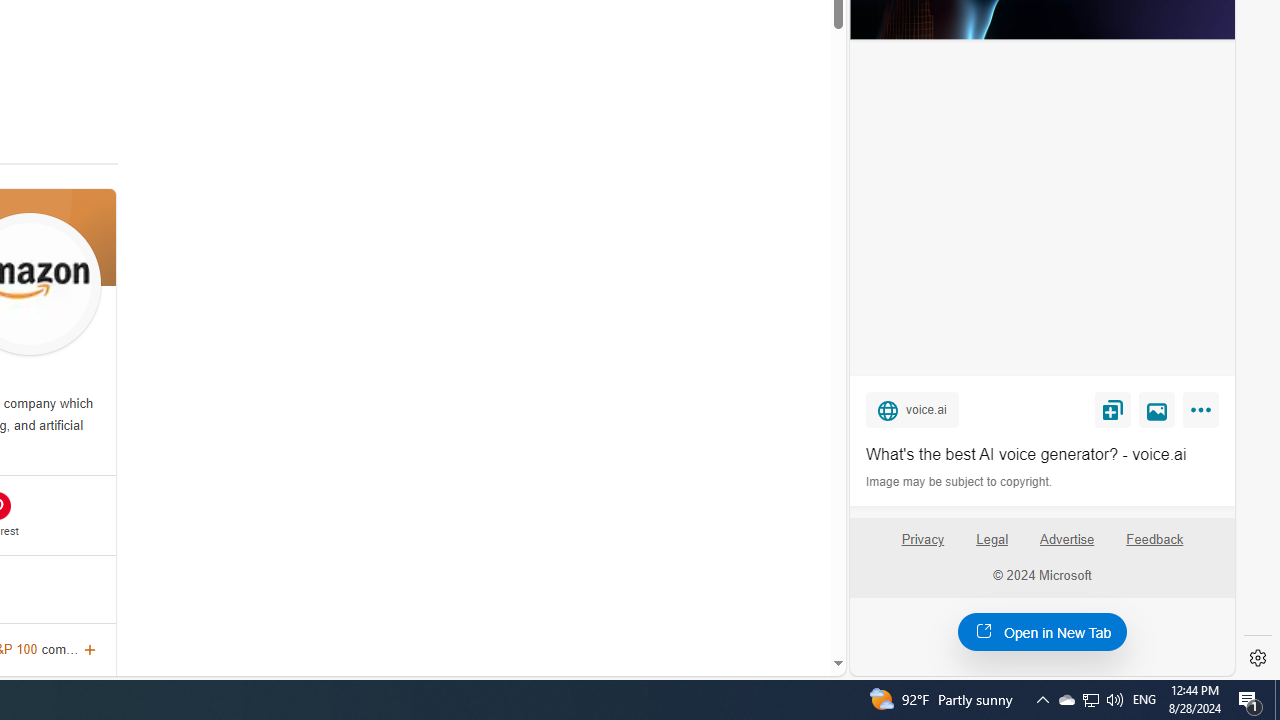 Image resolution: width=1280 pixels, height=720 pixels. I want to click on 'More', so click(1203, 412).